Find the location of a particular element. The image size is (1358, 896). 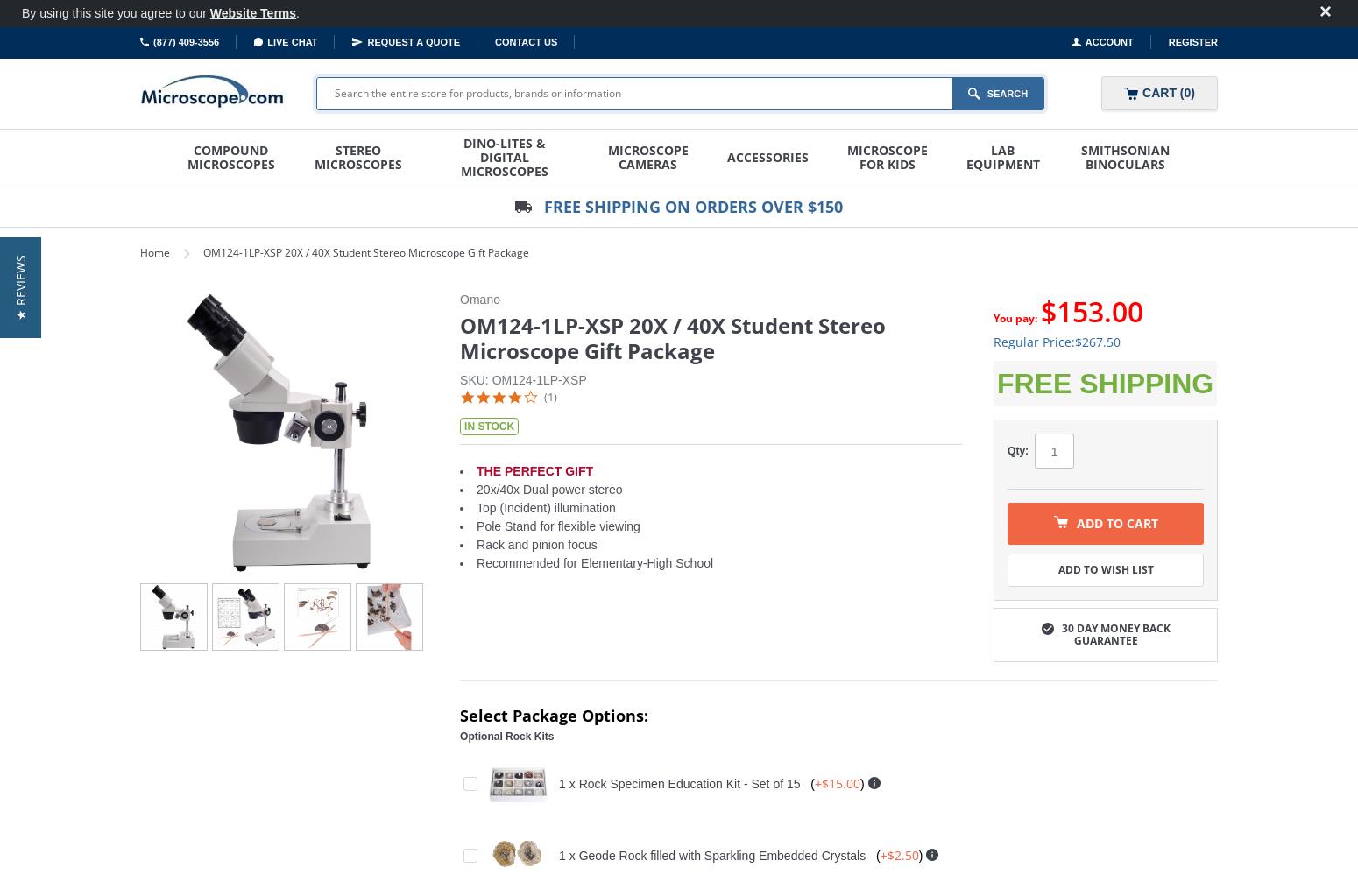

'Select Package Options:' is located at coordinates (458, 715).